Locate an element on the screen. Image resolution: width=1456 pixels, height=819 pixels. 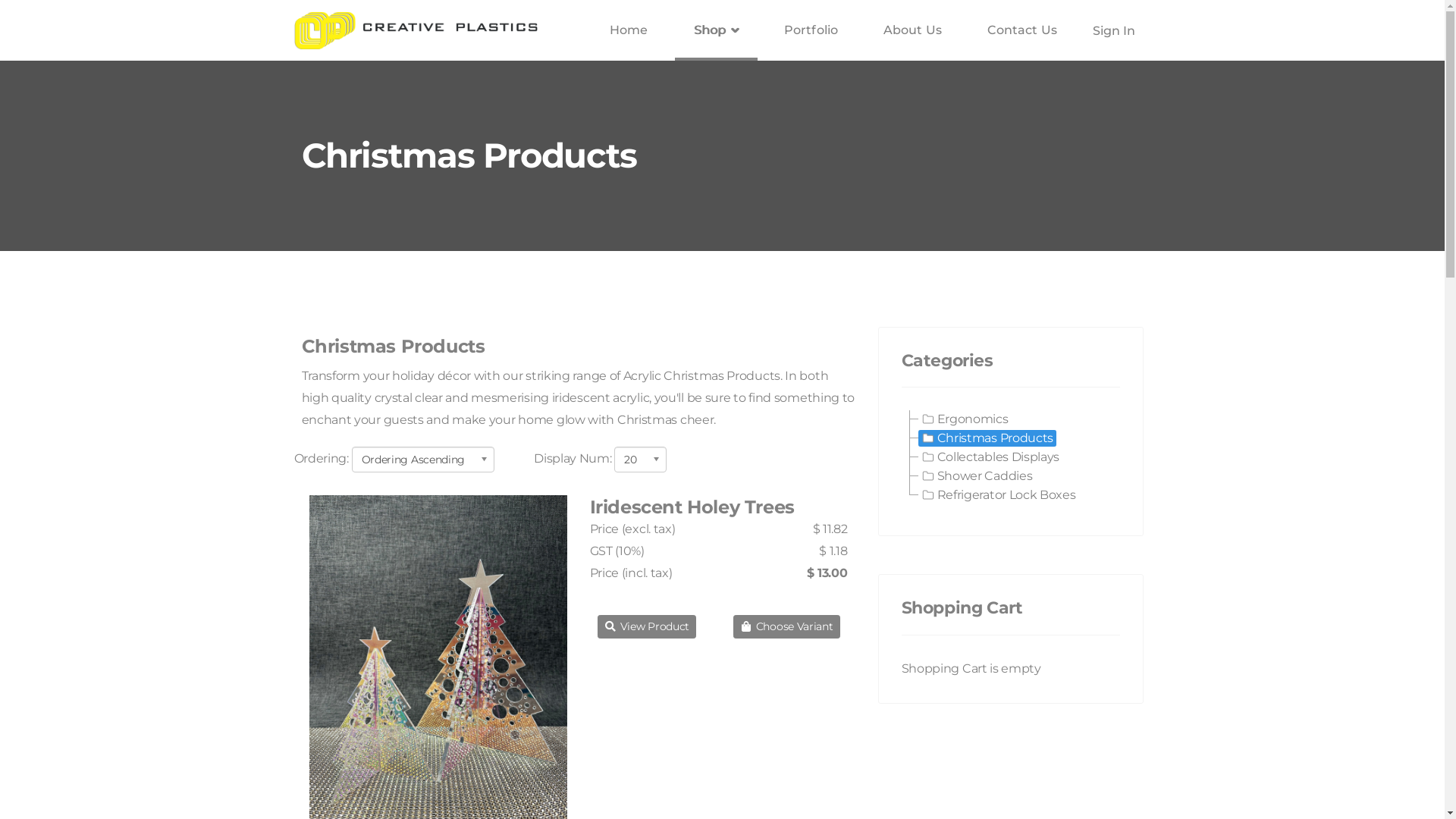
'Contact Us' is located at coordinates (1022, 30).